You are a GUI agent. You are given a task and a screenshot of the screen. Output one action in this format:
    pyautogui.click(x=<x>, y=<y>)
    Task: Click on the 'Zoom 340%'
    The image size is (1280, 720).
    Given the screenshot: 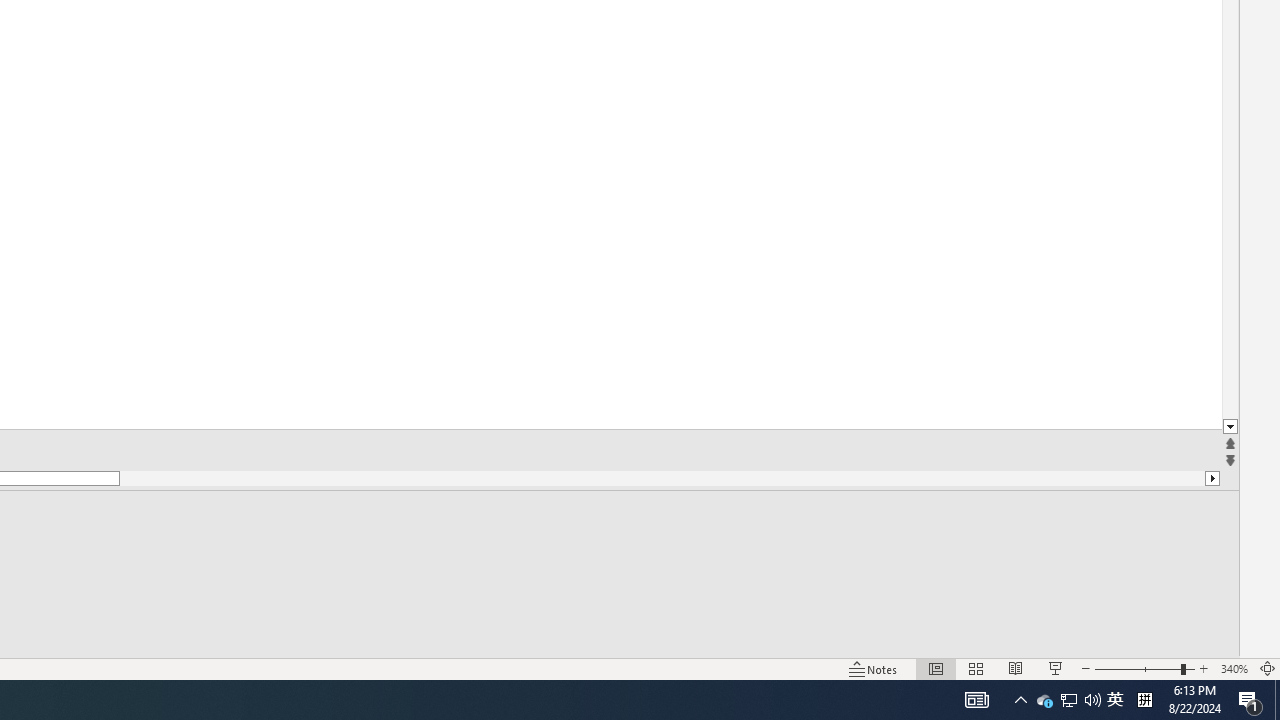 What is the action you would take?
    pyautogui.click(x=1233, y=669)
    